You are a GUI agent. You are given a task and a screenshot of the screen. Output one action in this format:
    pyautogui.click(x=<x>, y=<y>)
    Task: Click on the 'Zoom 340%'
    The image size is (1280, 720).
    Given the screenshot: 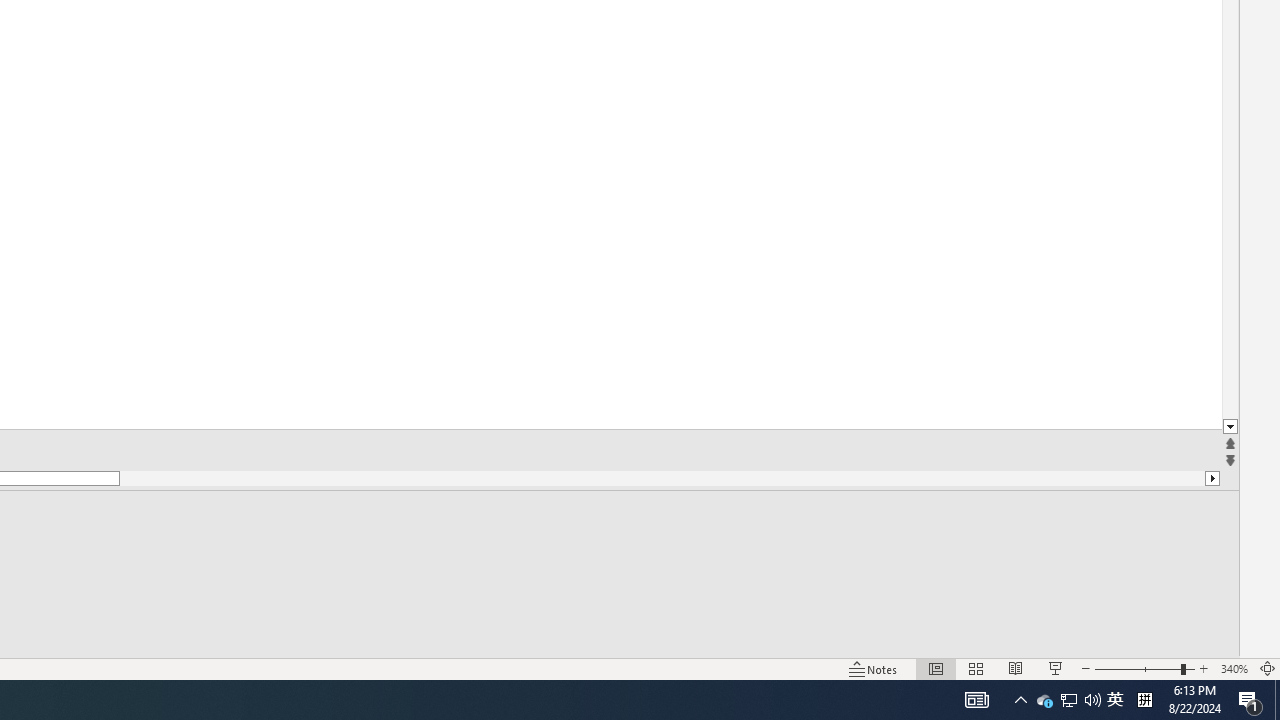 What is the action you would take?
    pyautogui.click(x=1233, y=669)
    